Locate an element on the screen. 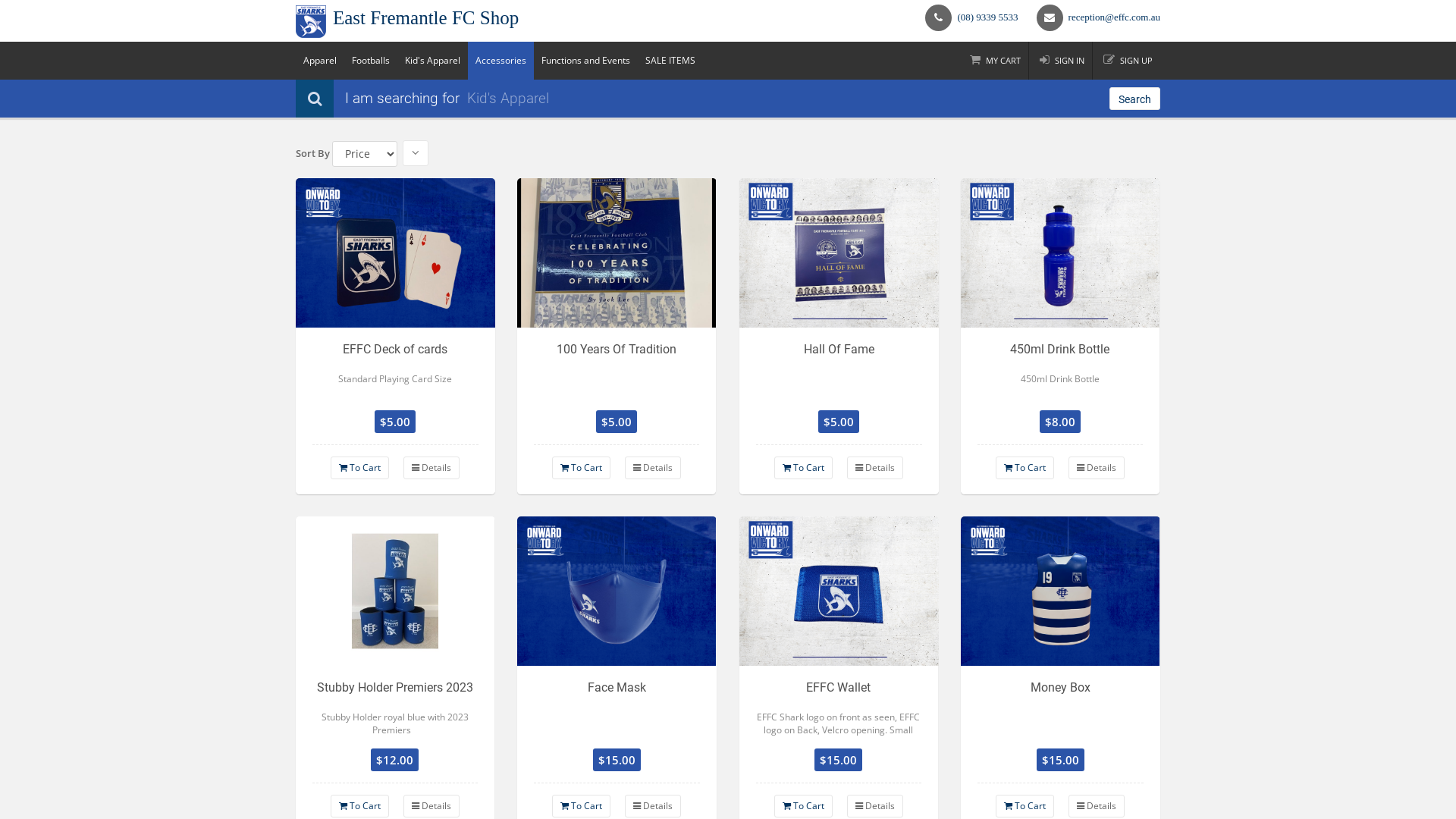 The image size is (1456, 819). 'MY CART' is located at coordinates (995, 60).